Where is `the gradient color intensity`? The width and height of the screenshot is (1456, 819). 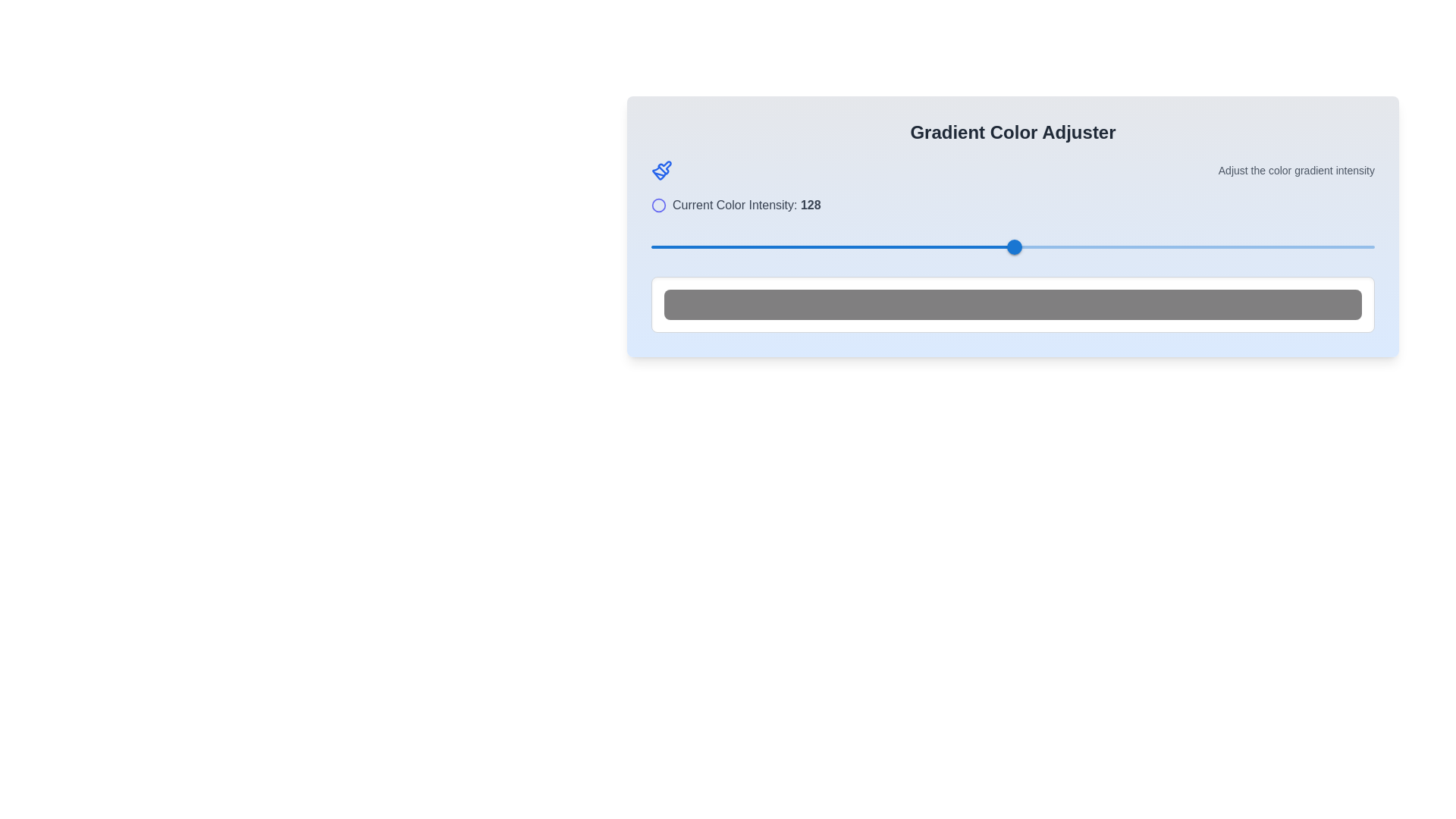 the gradient color intensity is located at coordinates (1195, 246).